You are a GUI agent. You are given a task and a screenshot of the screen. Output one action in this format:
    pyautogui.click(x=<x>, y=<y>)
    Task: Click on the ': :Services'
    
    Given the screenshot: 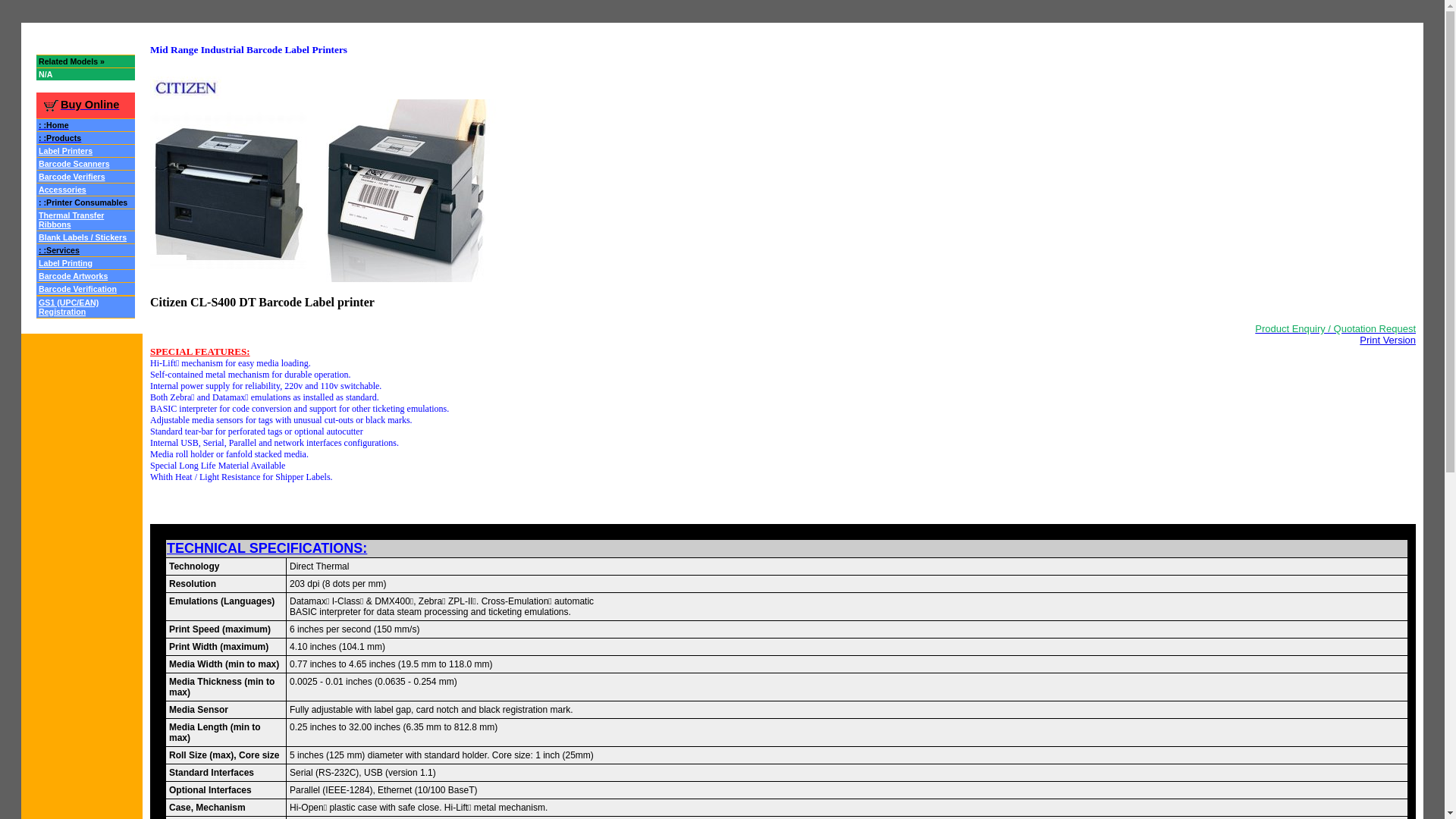 What is the action you would take?
    pyautogui.click(x=58, y=249)
    